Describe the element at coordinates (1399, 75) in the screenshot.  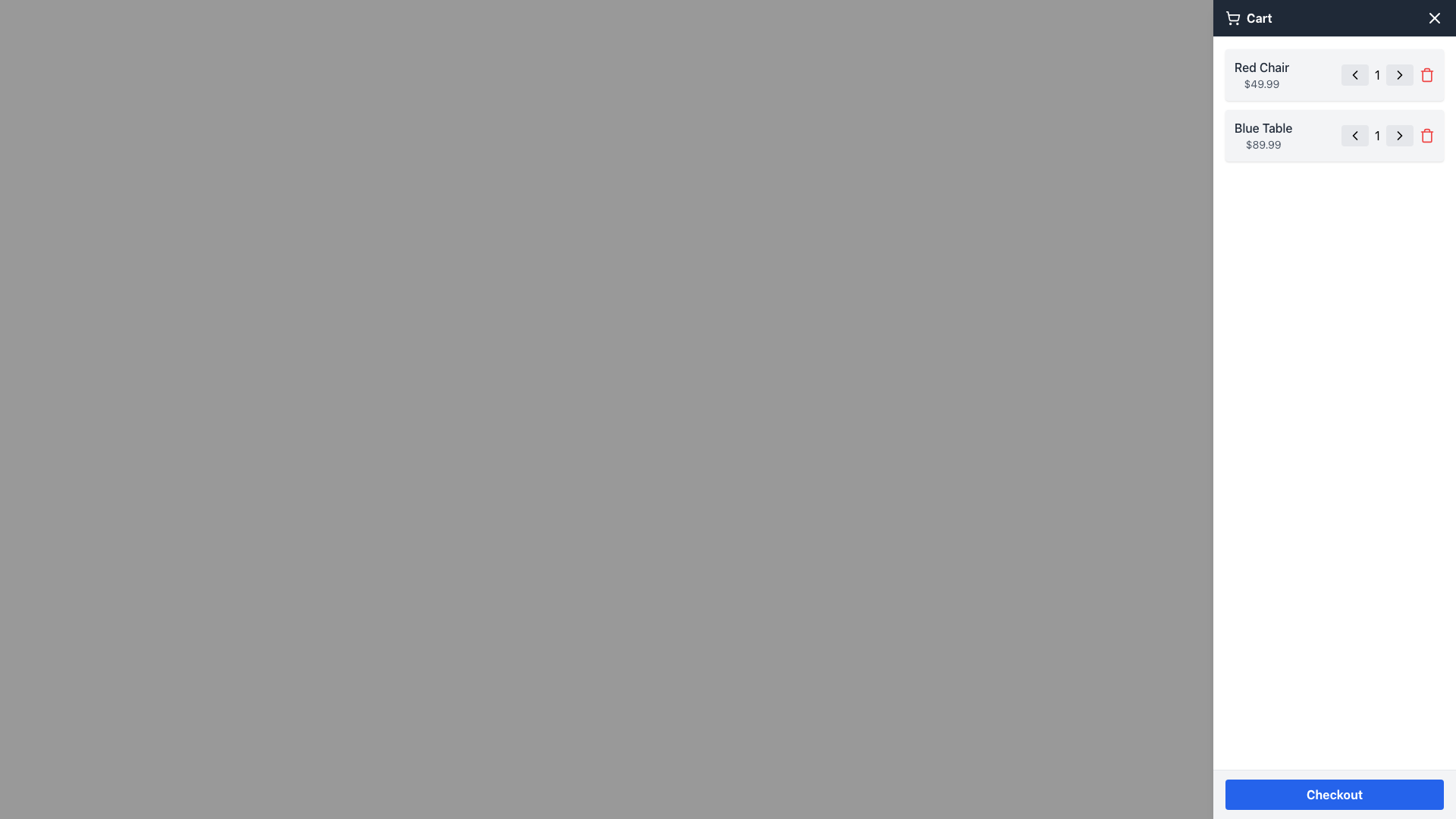
I see `the right-pointing chevron icon, which is part of the interactive button next to the quantity selector for the 'Red Chair' item in the cart interface` at that location.